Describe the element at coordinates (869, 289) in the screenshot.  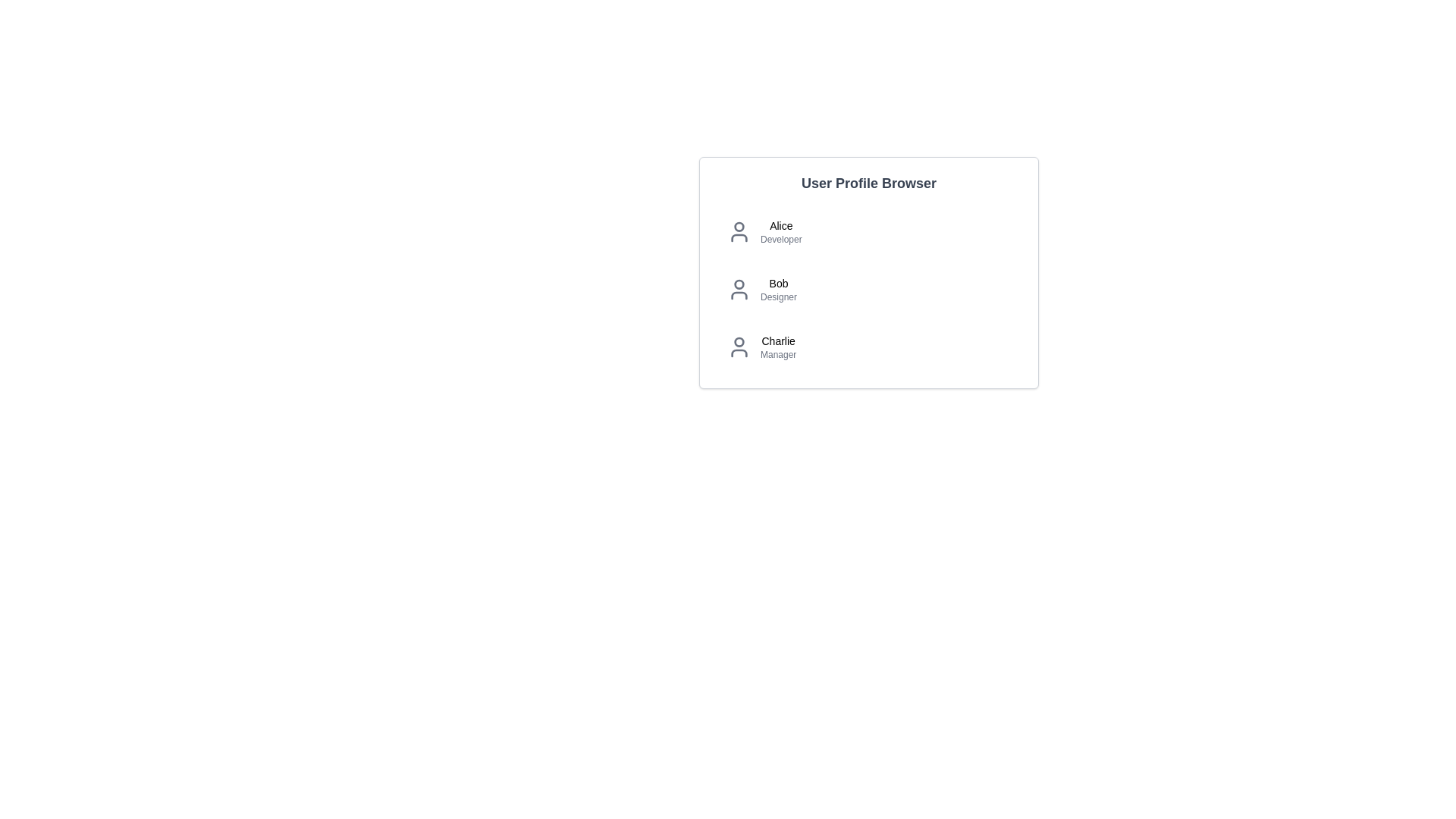
I see `the profile list item representing 'Bob Designer'` at that location.